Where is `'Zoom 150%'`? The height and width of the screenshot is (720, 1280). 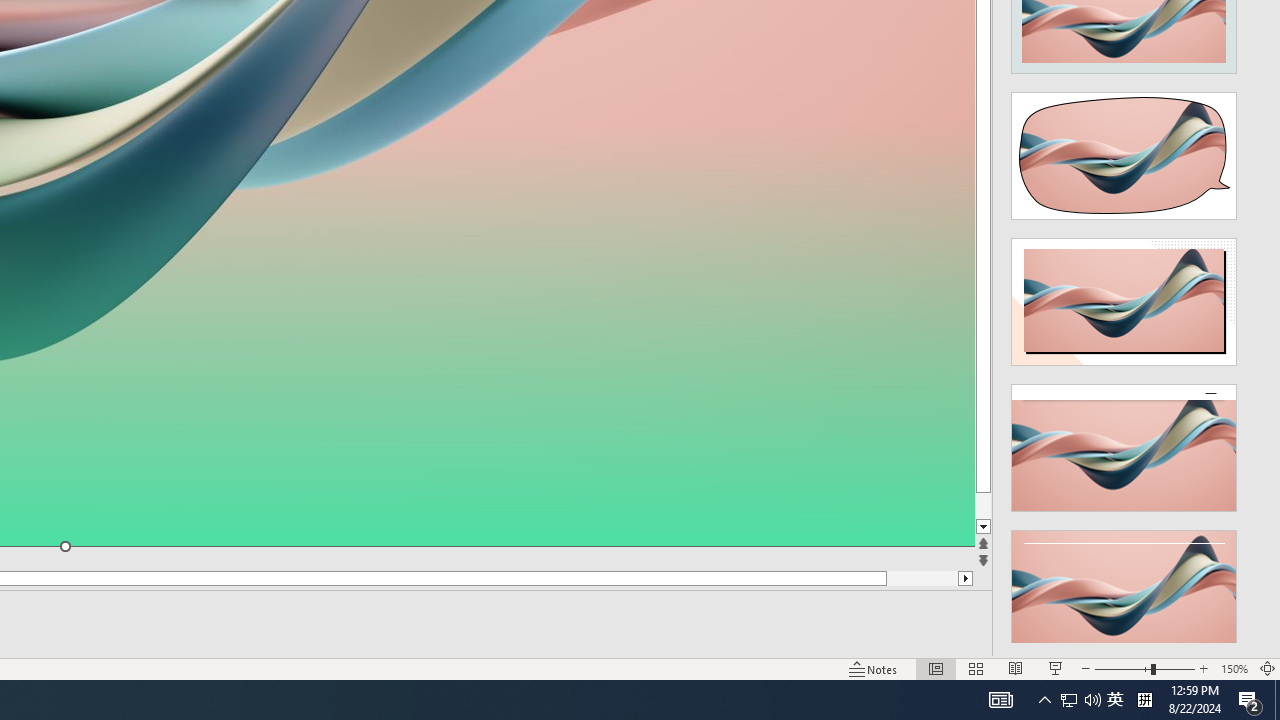
'Zoom 150%' is located at coordinates (1233, 669).